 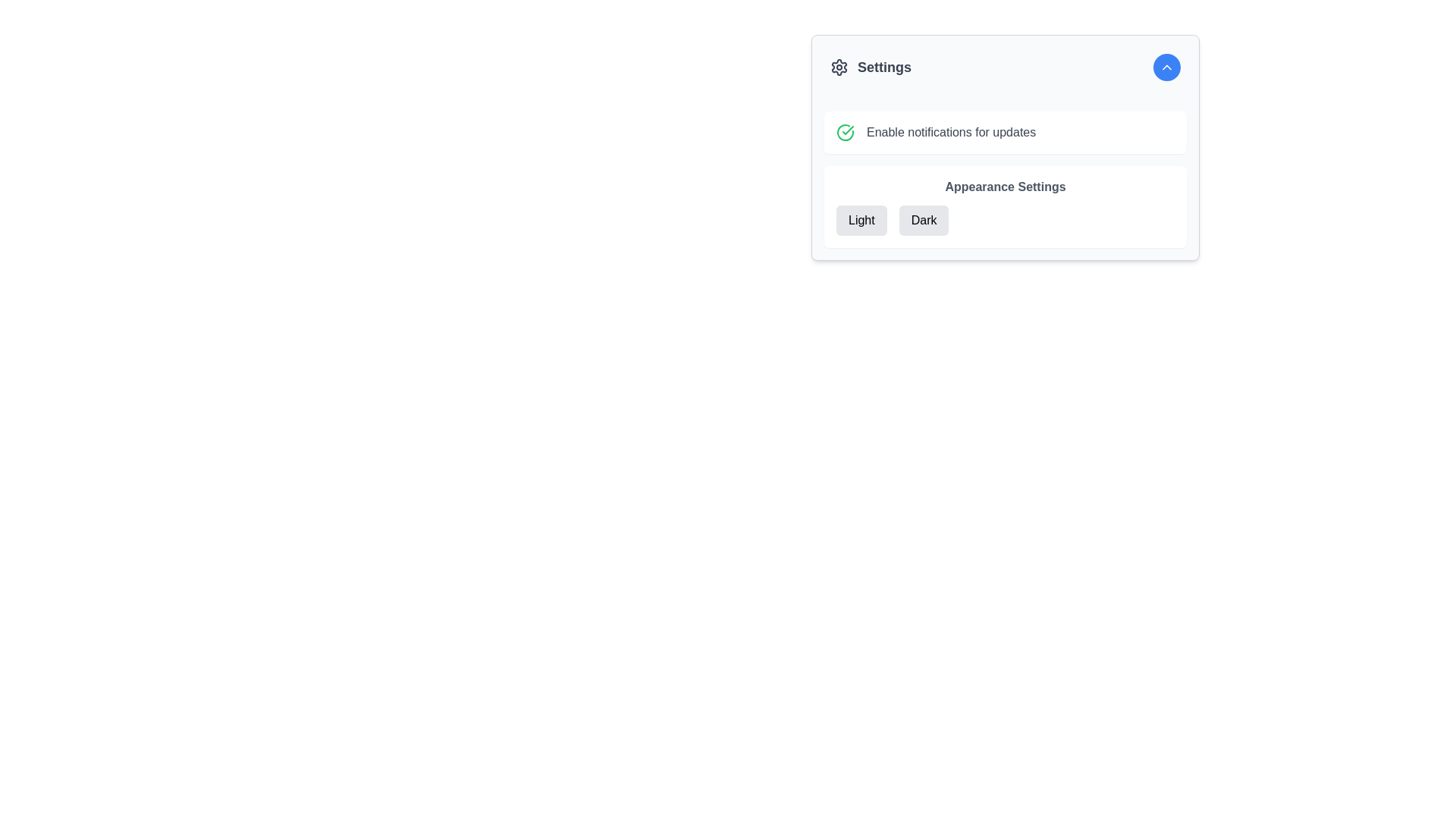 What do you see at coordinates (844, 131) in the screenshot?
I see `the outer circular portion of the checkmark icon located in the top-right corner of the settings interface, adjacent to the 'Enable notifications for updates' checkbox label` at bounding box center [844, 131].